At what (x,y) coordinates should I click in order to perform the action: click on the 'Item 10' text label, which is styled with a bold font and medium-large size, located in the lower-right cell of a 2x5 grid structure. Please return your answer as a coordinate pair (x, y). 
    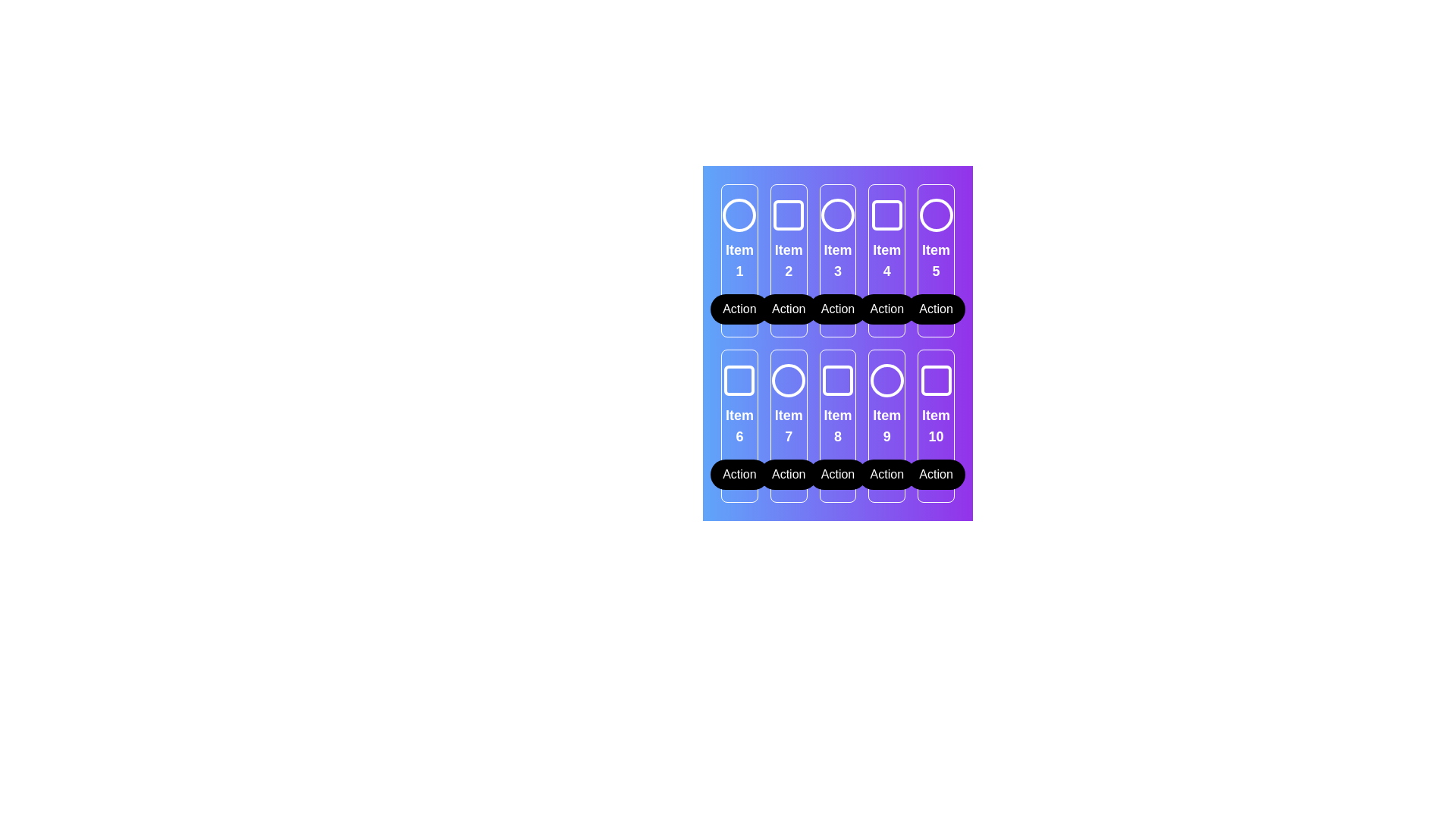
    Looking at the image, I should click on (935, 426).